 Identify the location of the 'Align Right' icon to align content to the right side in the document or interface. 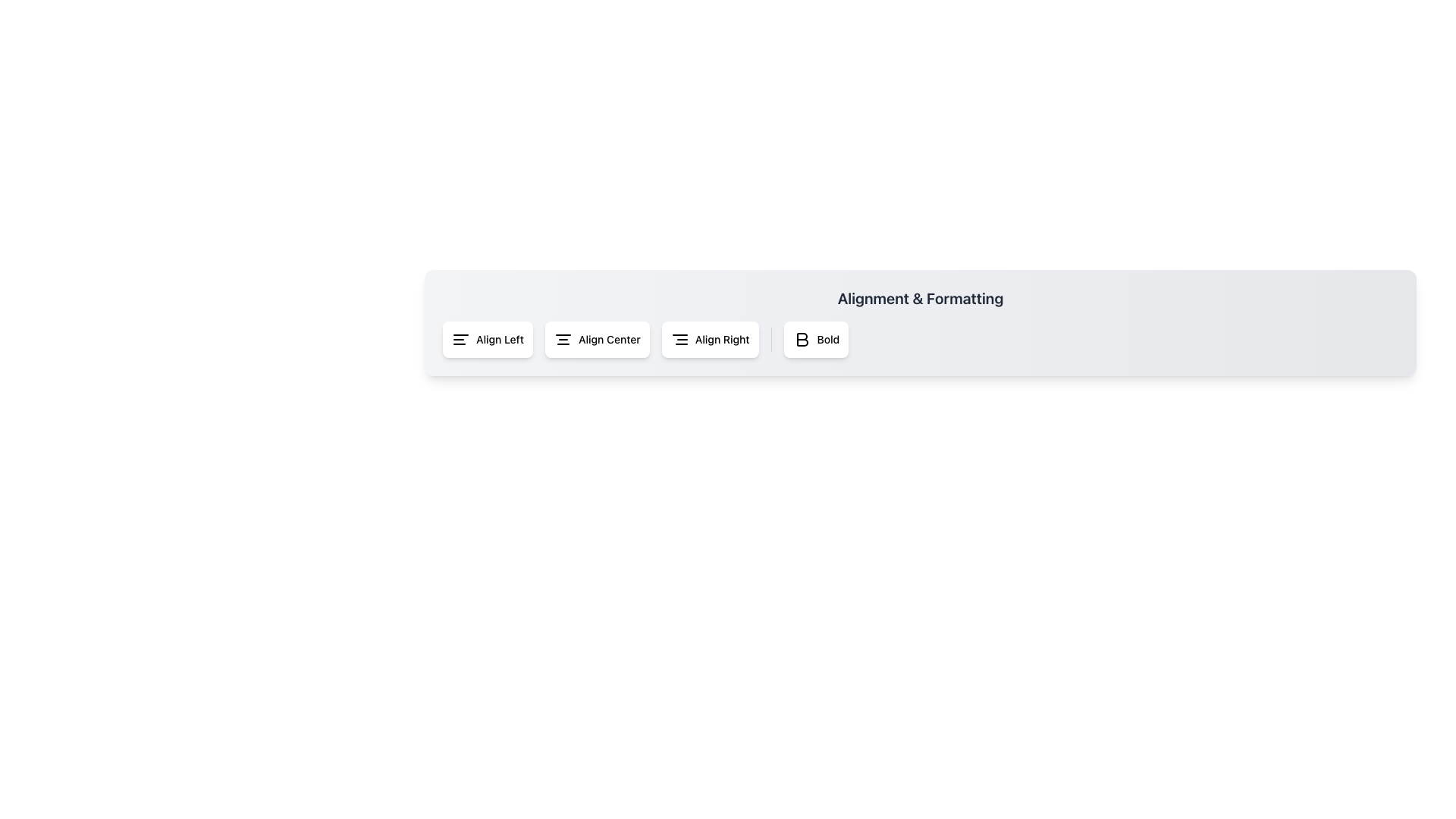
(679, 338).